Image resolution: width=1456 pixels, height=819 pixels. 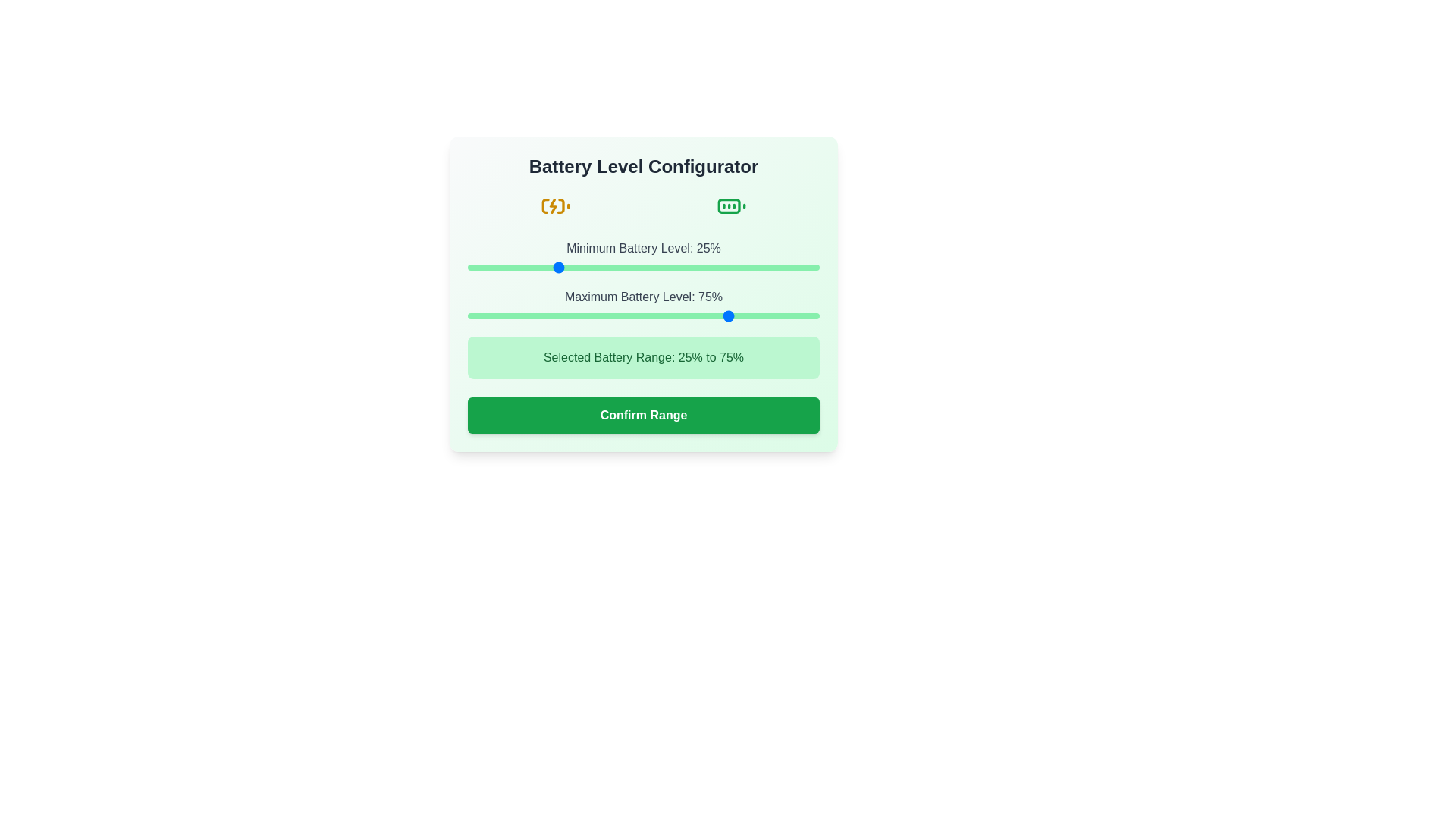 I want to click on the minimum battery level, so click(x=801, y=267).